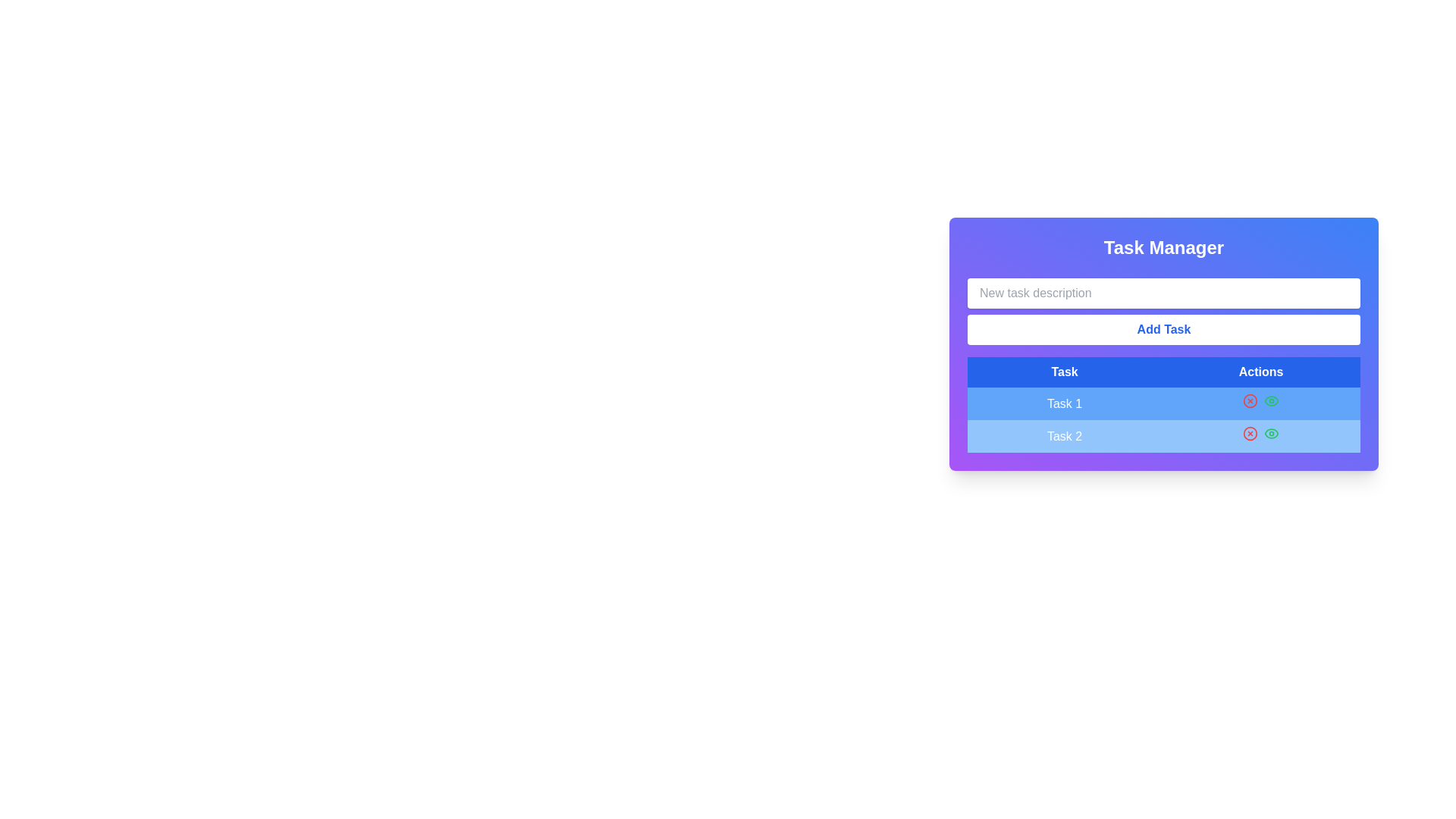  Describe the element at coordinates (1261, 436) in the screenshot. I see `the green circular visibility icon located in the 'Actions' column of the table, specifically in the row for 'Task 2'` at that location.